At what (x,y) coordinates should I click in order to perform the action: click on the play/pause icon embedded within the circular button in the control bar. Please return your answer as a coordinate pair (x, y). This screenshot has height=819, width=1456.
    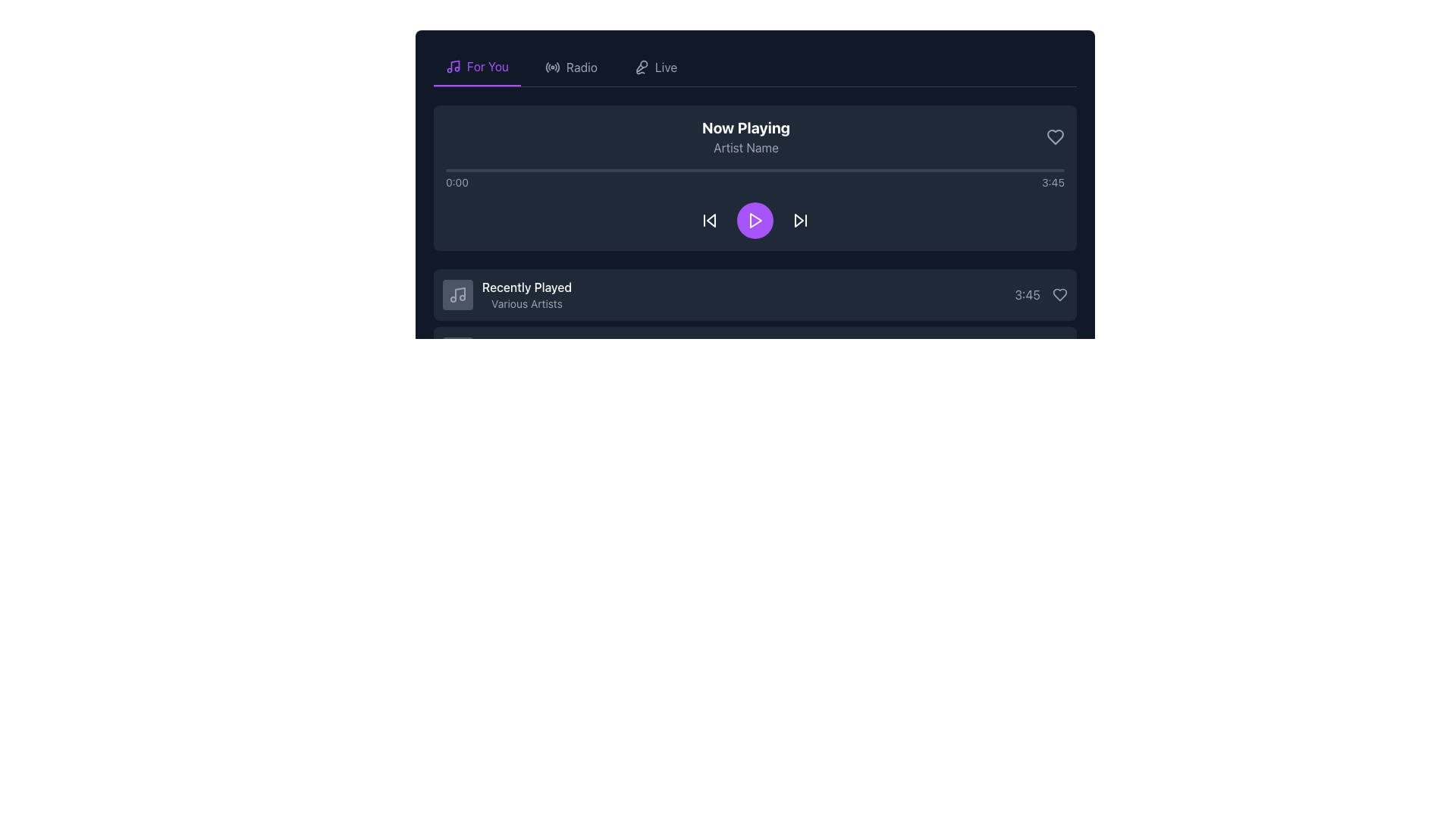
    Looking at the image, I should click on (756, 220).